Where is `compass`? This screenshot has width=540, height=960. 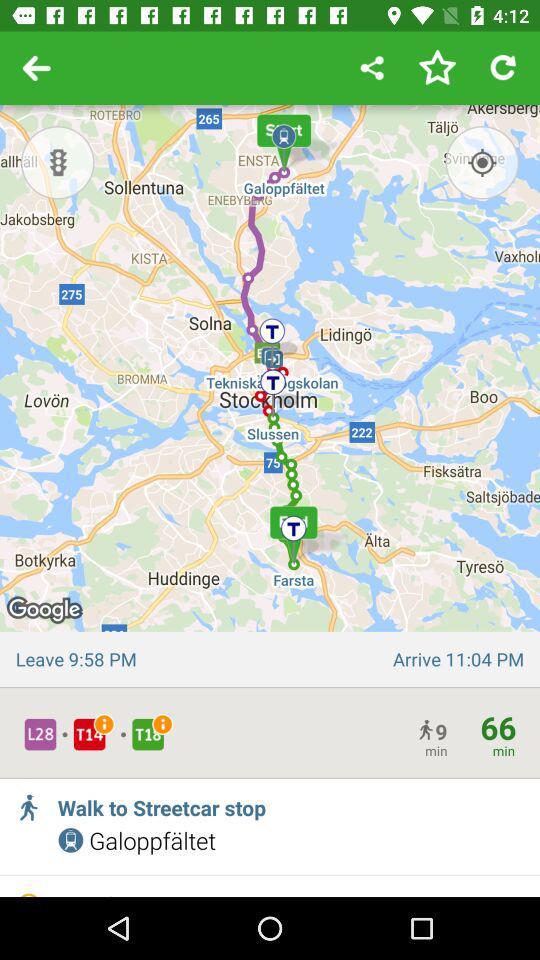
compass is located at coordinates (481, 161).